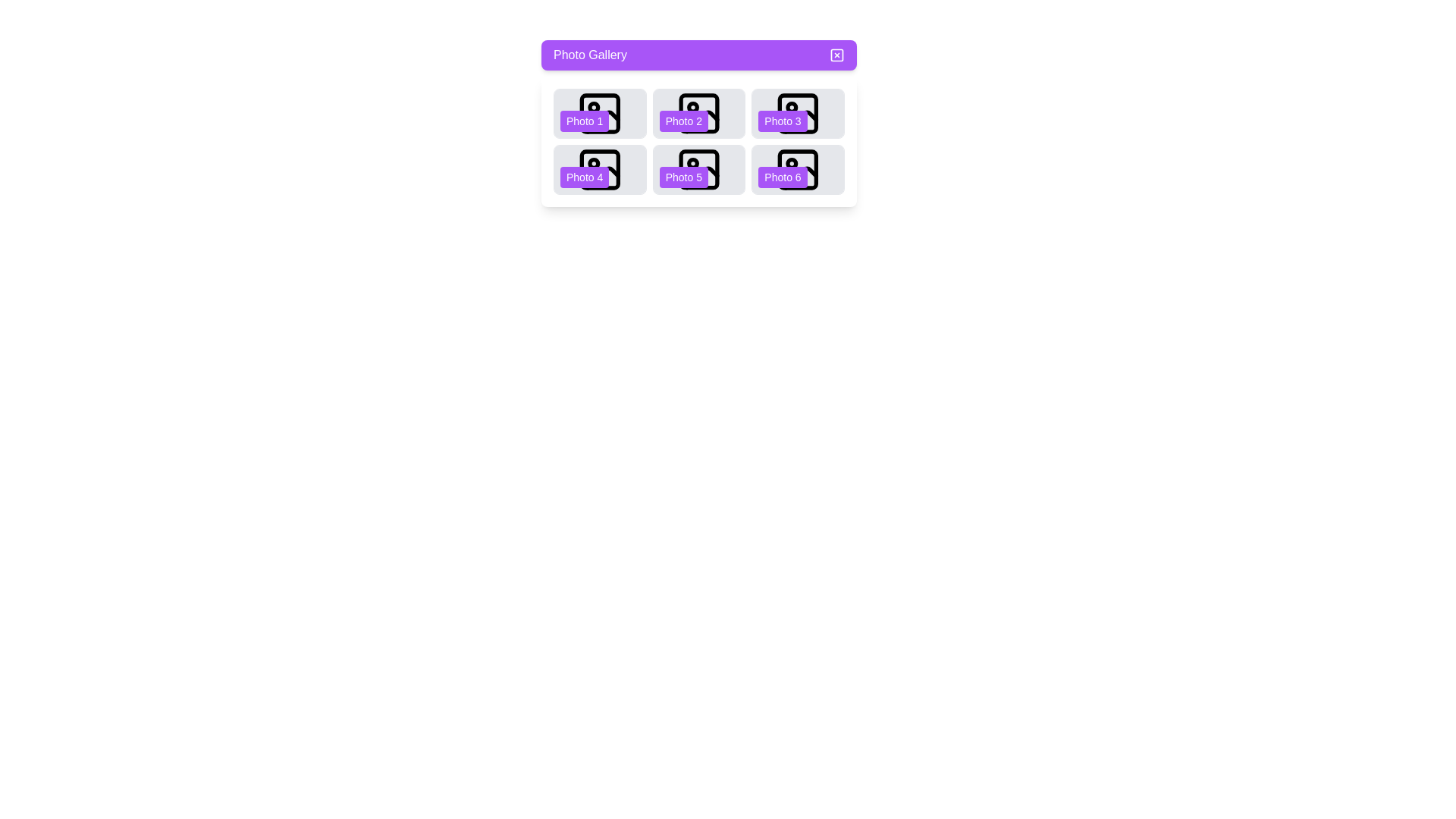 The width and height of the screenshot is (1456, 819). Describe the element at coordinates (698, 55) in the screenshot. I see `the 'Photo Gallery' button to toggle the menu open or closed` at that location.